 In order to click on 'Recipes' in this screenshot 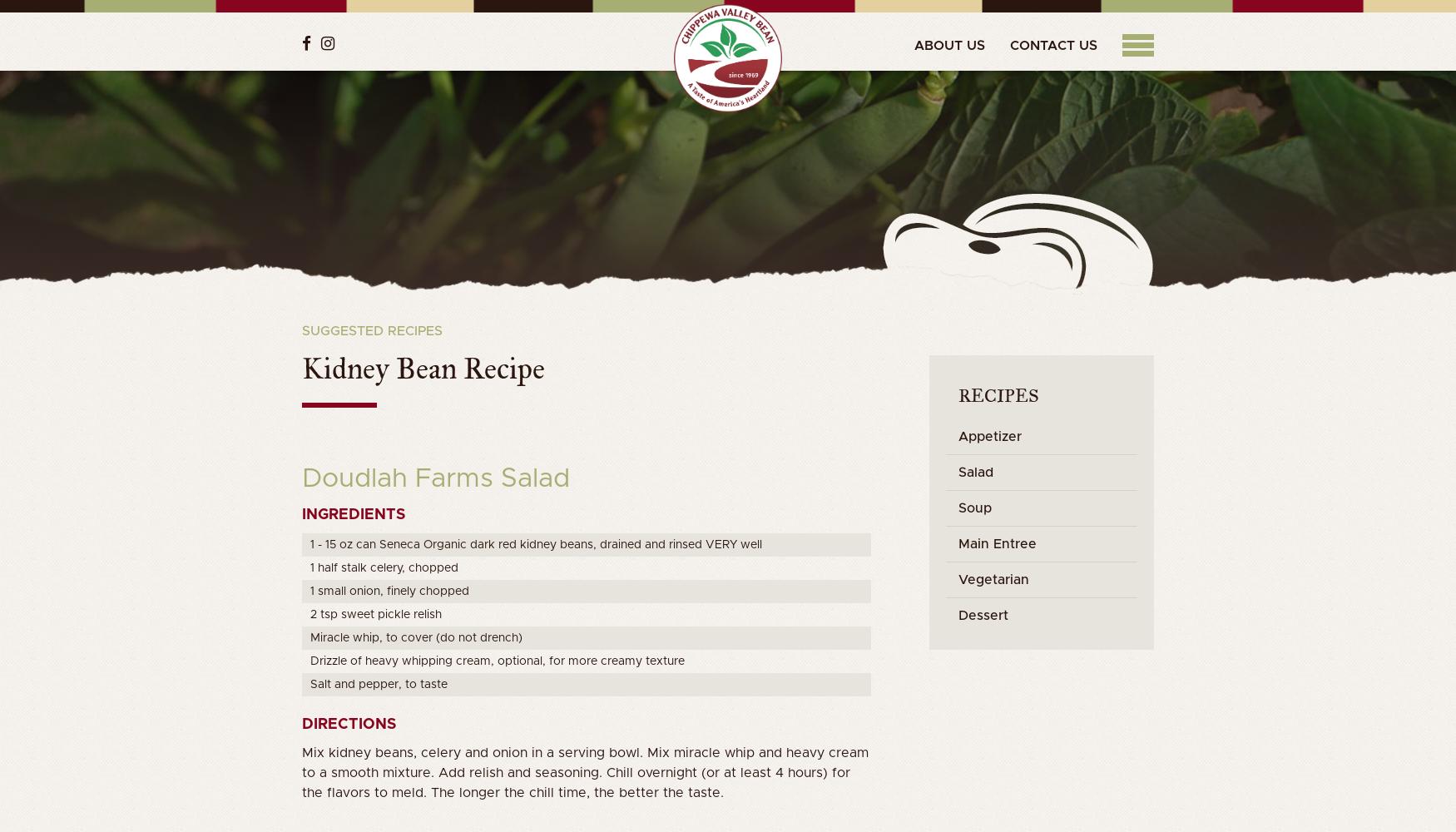, I will do `click(998, 394)`.